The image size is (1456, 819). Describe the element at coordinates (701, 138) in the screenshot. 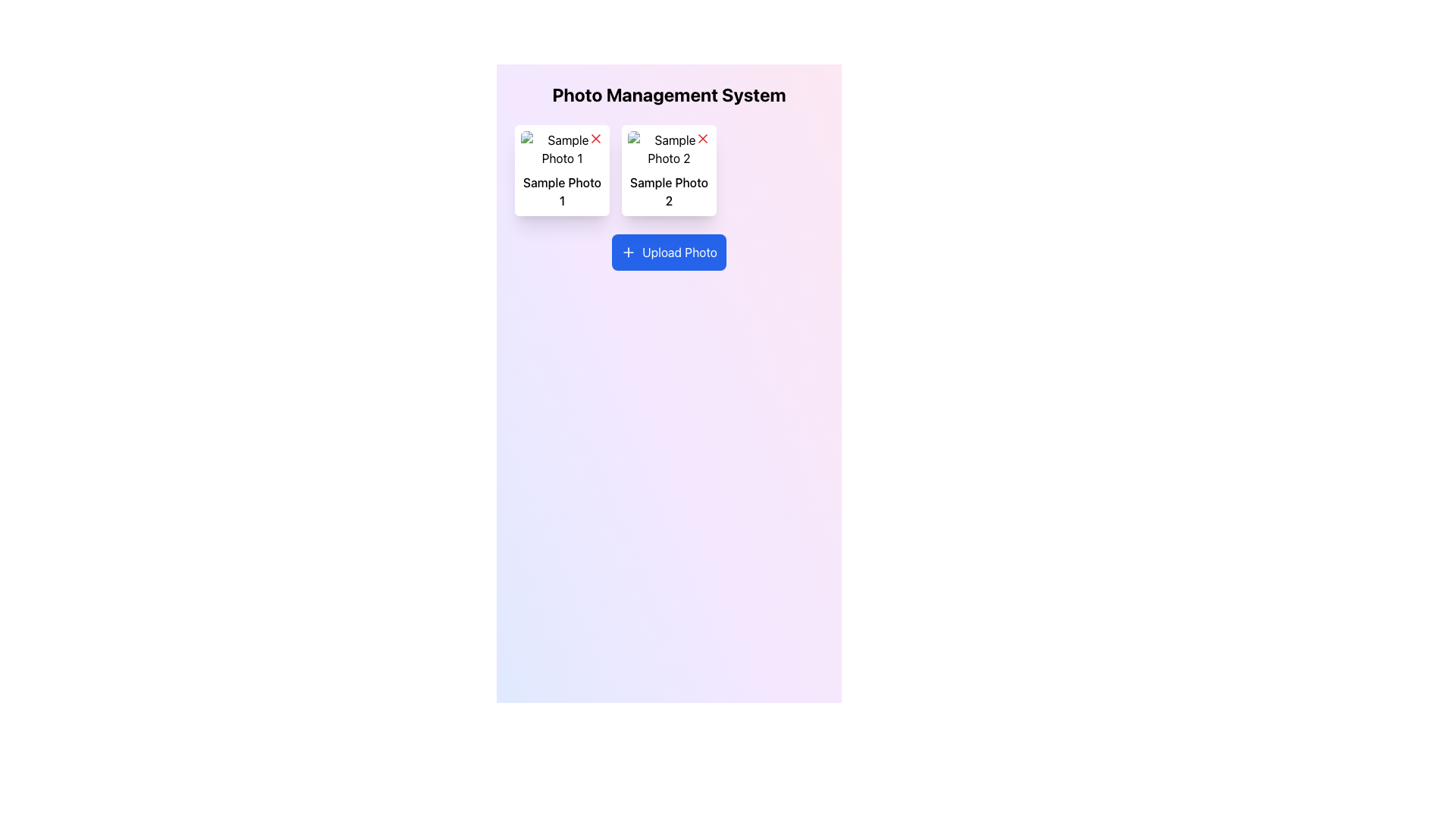

I see `the red cross icon button located at the top-right corner of the card displaying 'Sample Photo 2' to change its color` at that location.